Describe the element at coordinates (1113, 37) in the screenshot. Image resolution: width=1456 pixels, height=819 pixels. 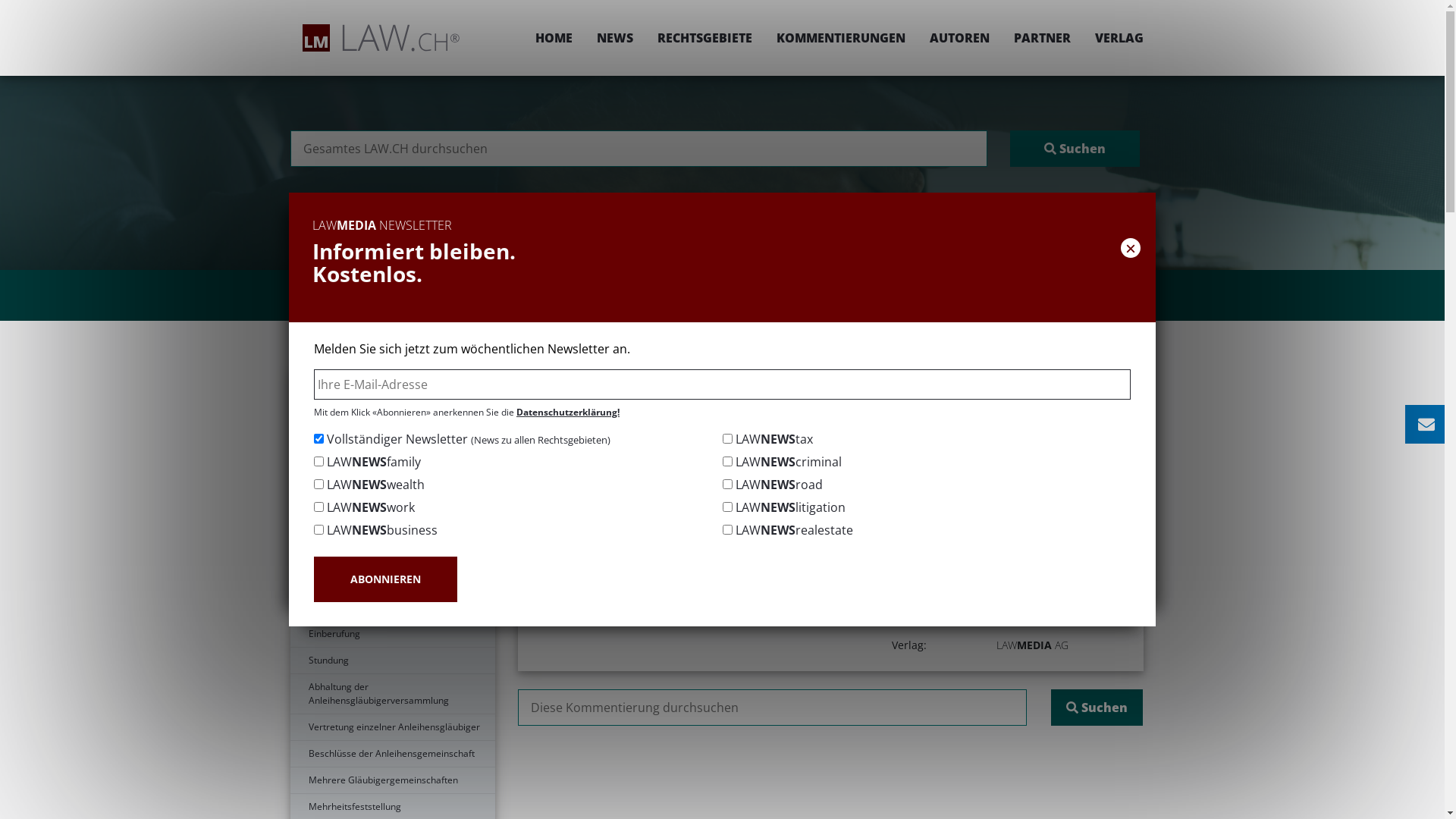
I see `'VERLAG'` at that location.